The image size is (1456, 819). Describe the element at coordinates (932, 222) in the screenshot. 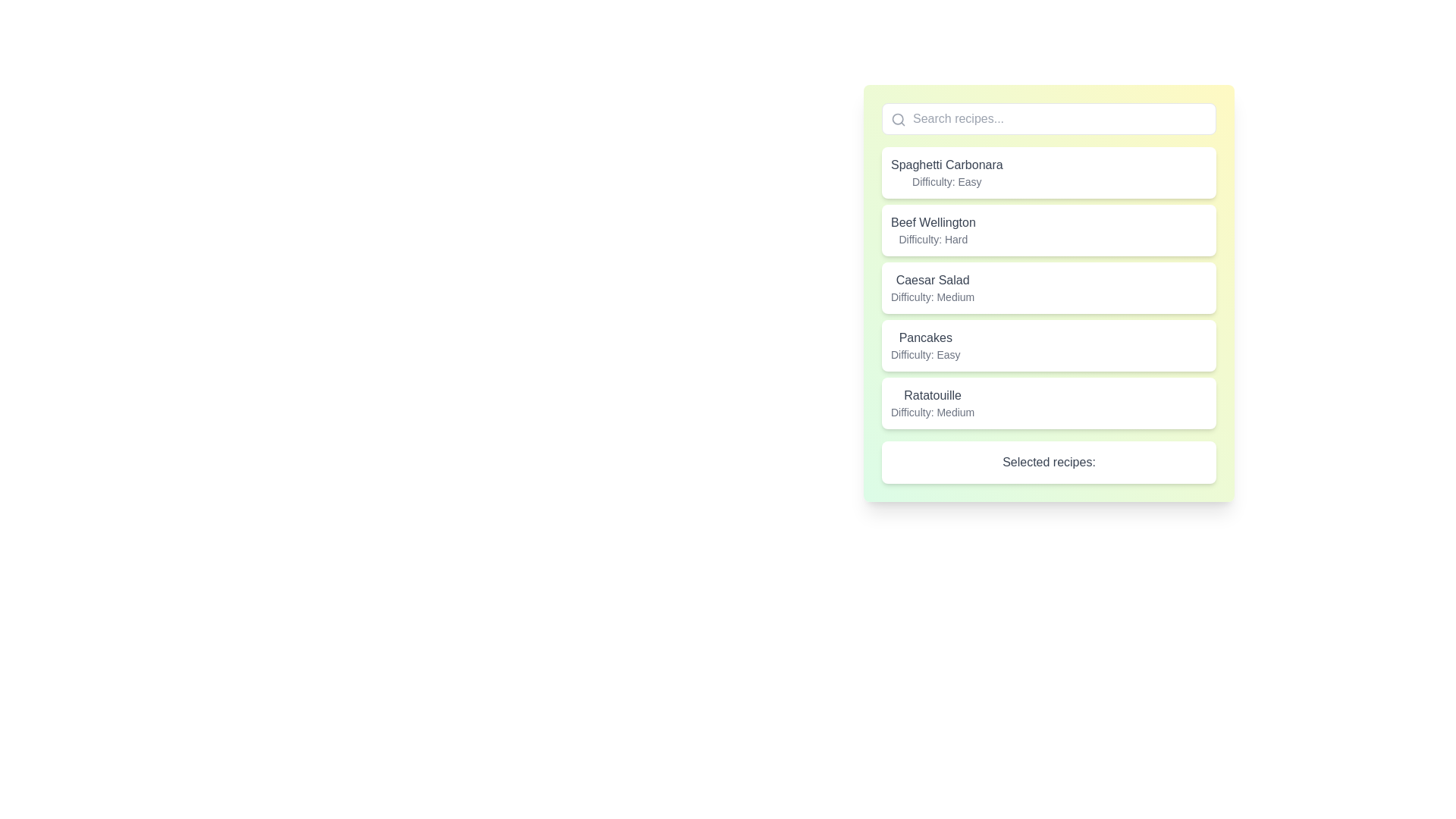

I see `text content of the recipe title located in the top middle-right section of the interface, which identifies the recipe and is positioned above 'Caesar Salad'` at that location.